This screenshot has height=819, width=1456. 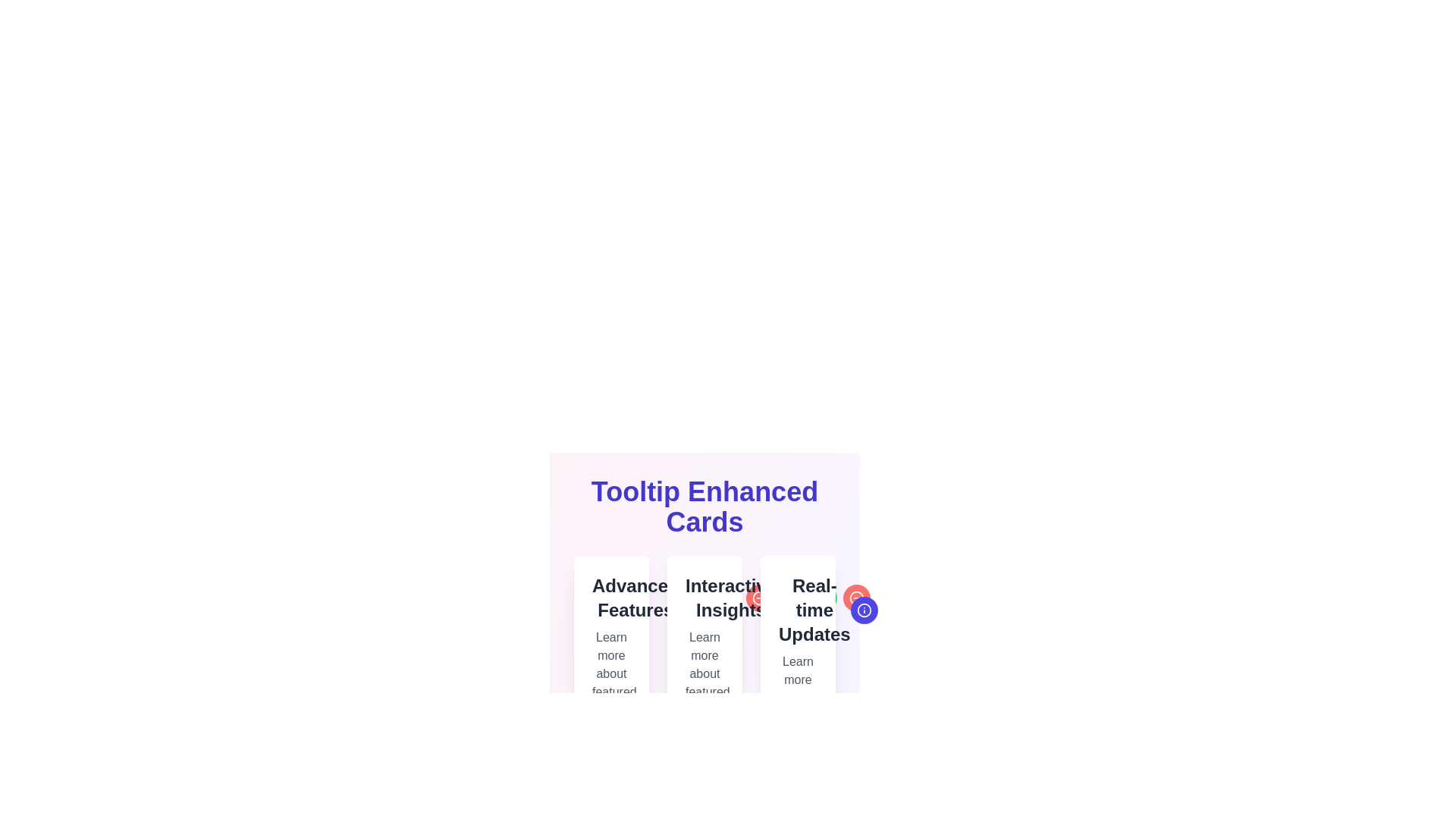 What do you see at coordinates (857, 598) in the screenshot?
I see `the Icon button with a minus sign symbol located in the bottom-right corner of the 'Real-time Updates' card` at bounding box center [857, 598].